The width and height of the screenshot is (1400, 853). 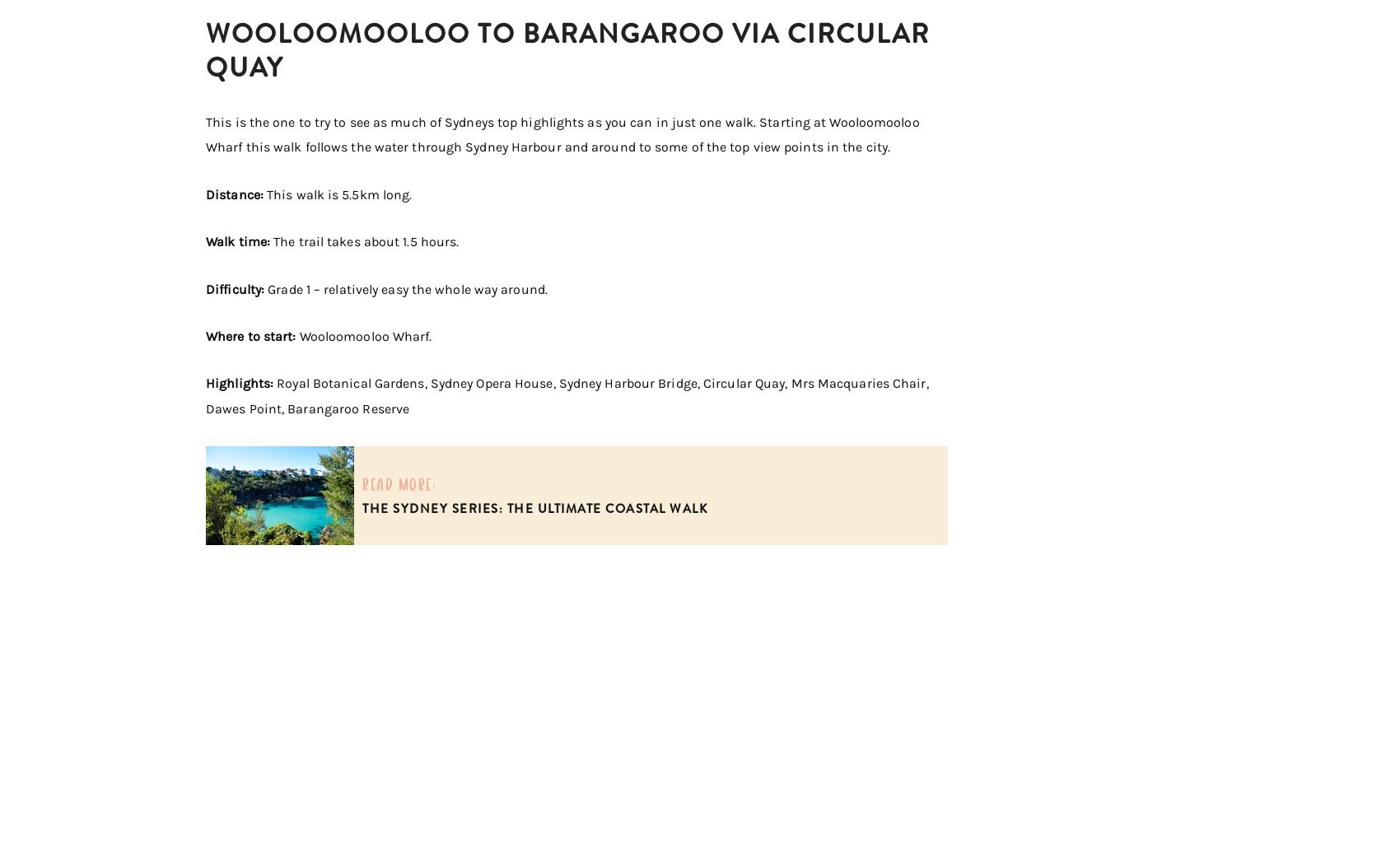 I want to click on 'This walk is 5.5km long.', so click(x=338, y=193).